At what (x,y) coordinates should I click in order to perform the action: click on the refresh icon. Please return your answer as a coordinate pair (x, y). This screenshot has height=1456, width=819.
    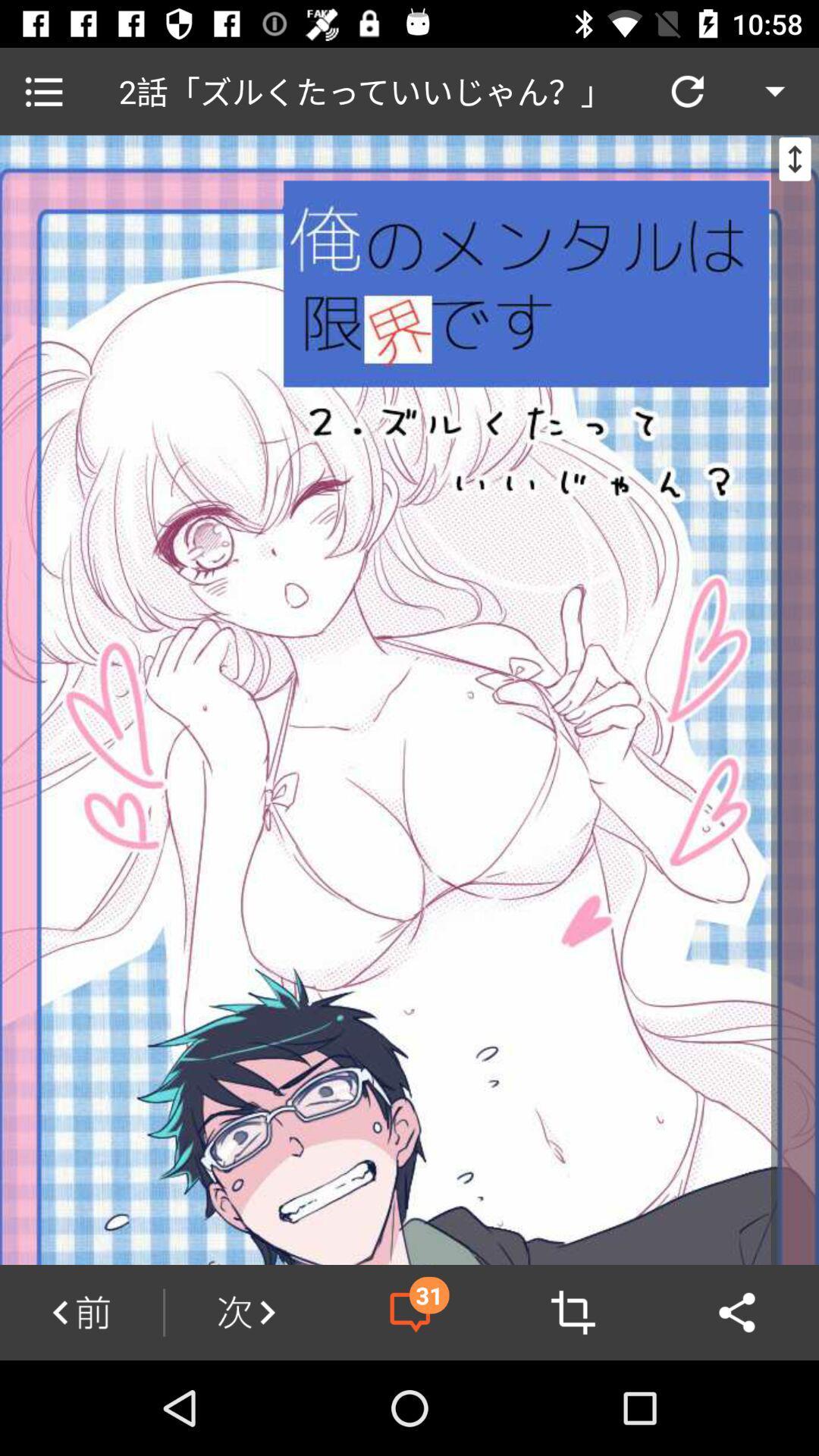
    Looking at the image, I should click on (687, 90).